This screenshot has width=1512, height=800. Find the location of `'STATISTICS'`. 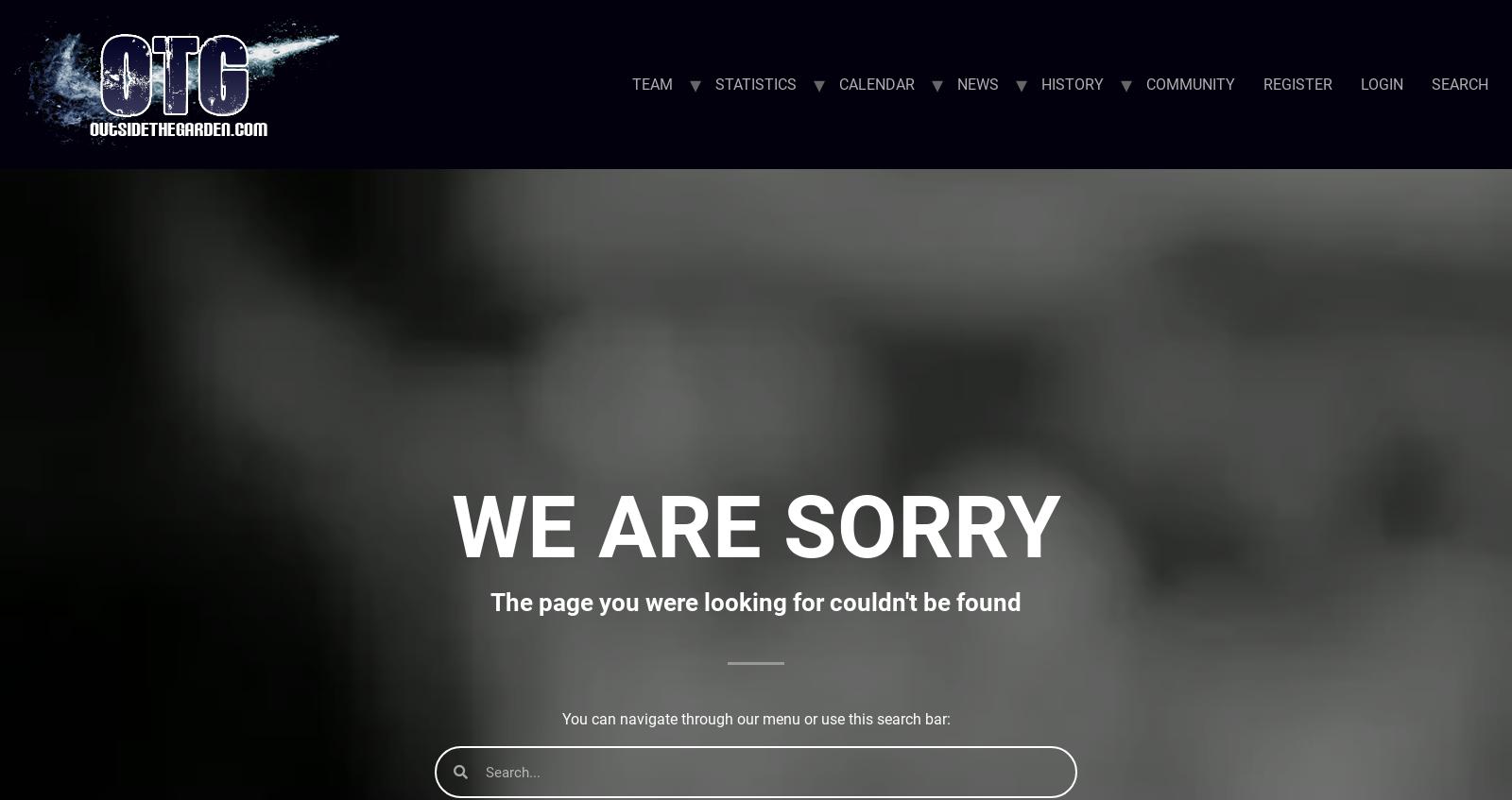

'STATISTICS' is located at coordinates (714, 83).